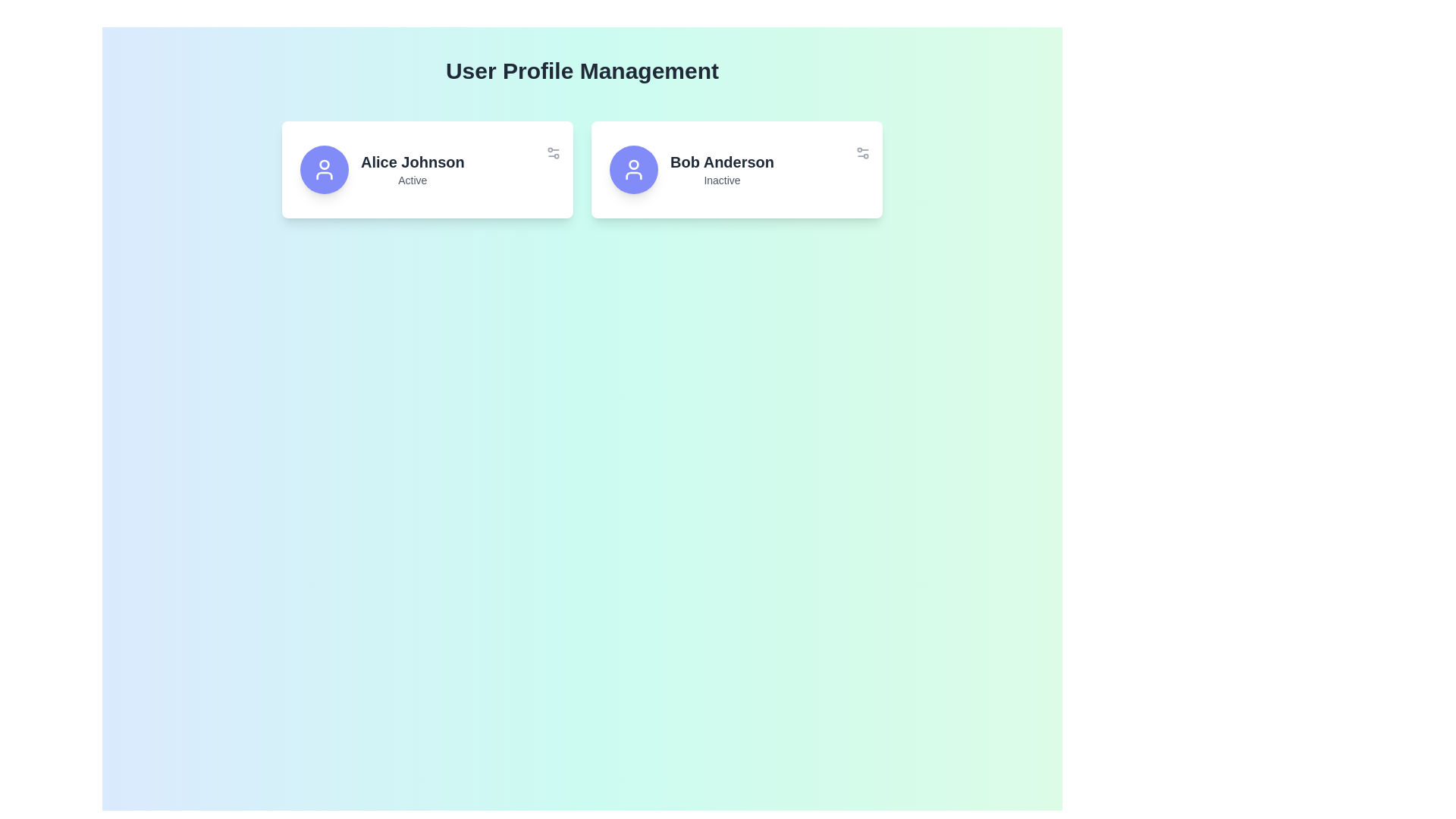  I want to click on the text display component showing 'Bob Anderson' and 'Inactive' in the right user profile card, so click(721, 169).